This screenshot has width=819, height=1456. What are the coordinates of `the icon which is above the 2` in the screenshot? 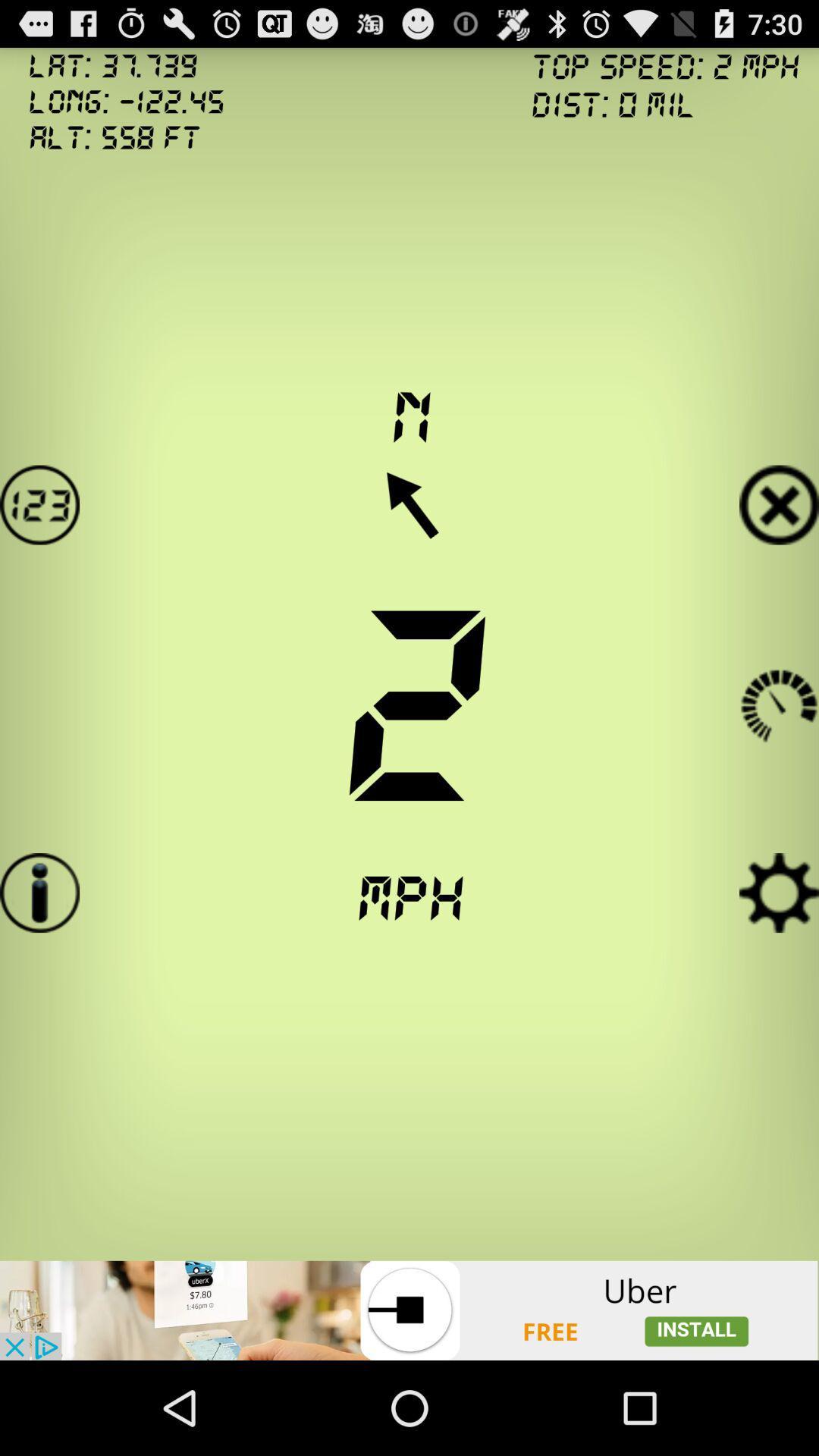 It's located at (409, 505).